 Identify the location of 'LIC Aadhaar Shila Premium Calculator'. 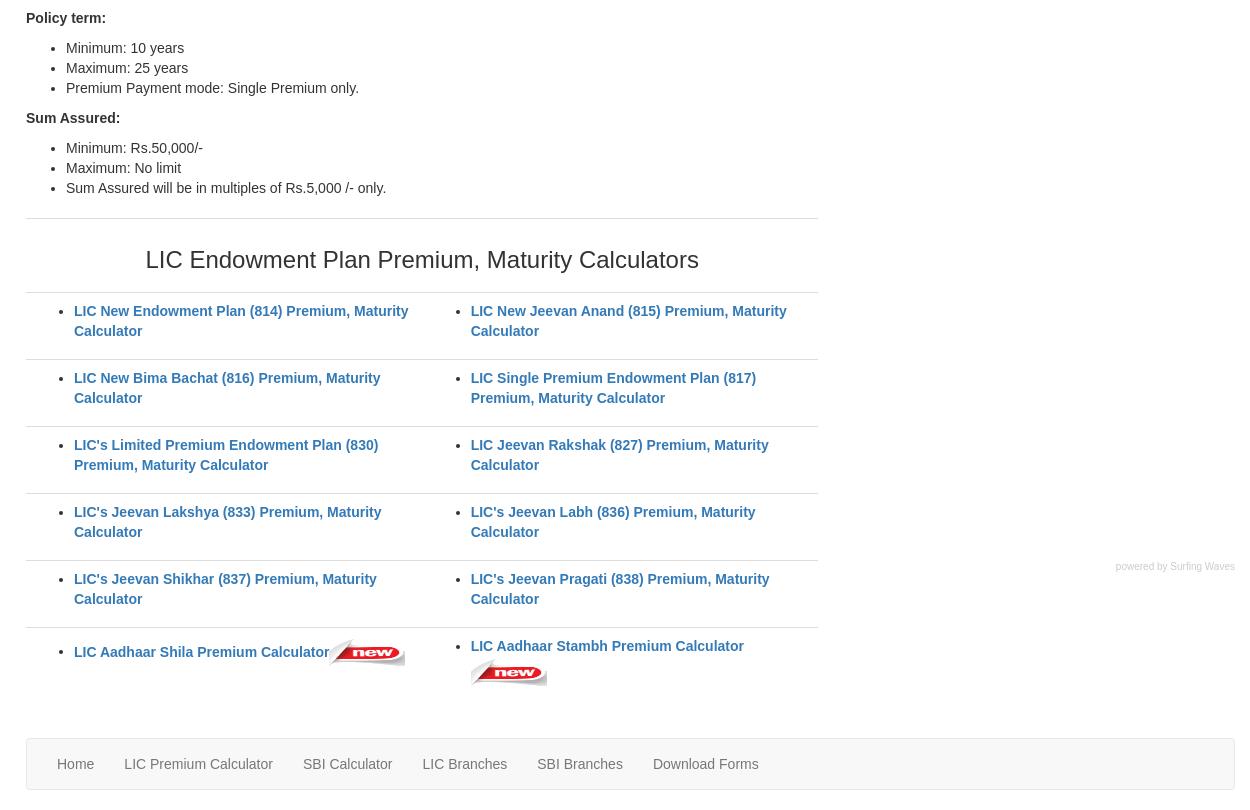
(200, 649).